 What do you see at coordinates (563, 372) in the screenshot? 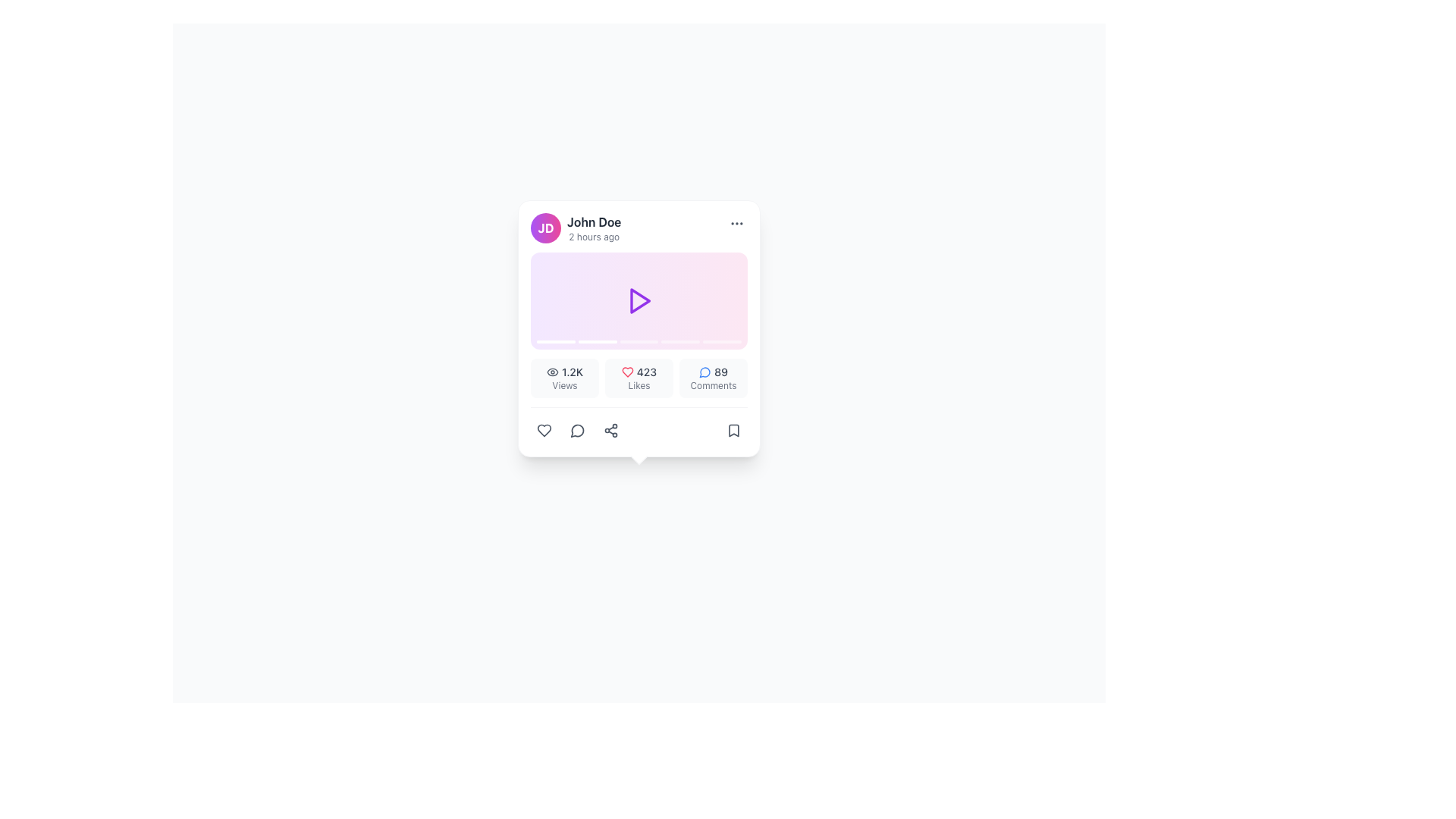
I see `view count information displayed as '1.2K' next to the eye icon in gray font, located beneath the main media content` at bounding box center [563, 372].